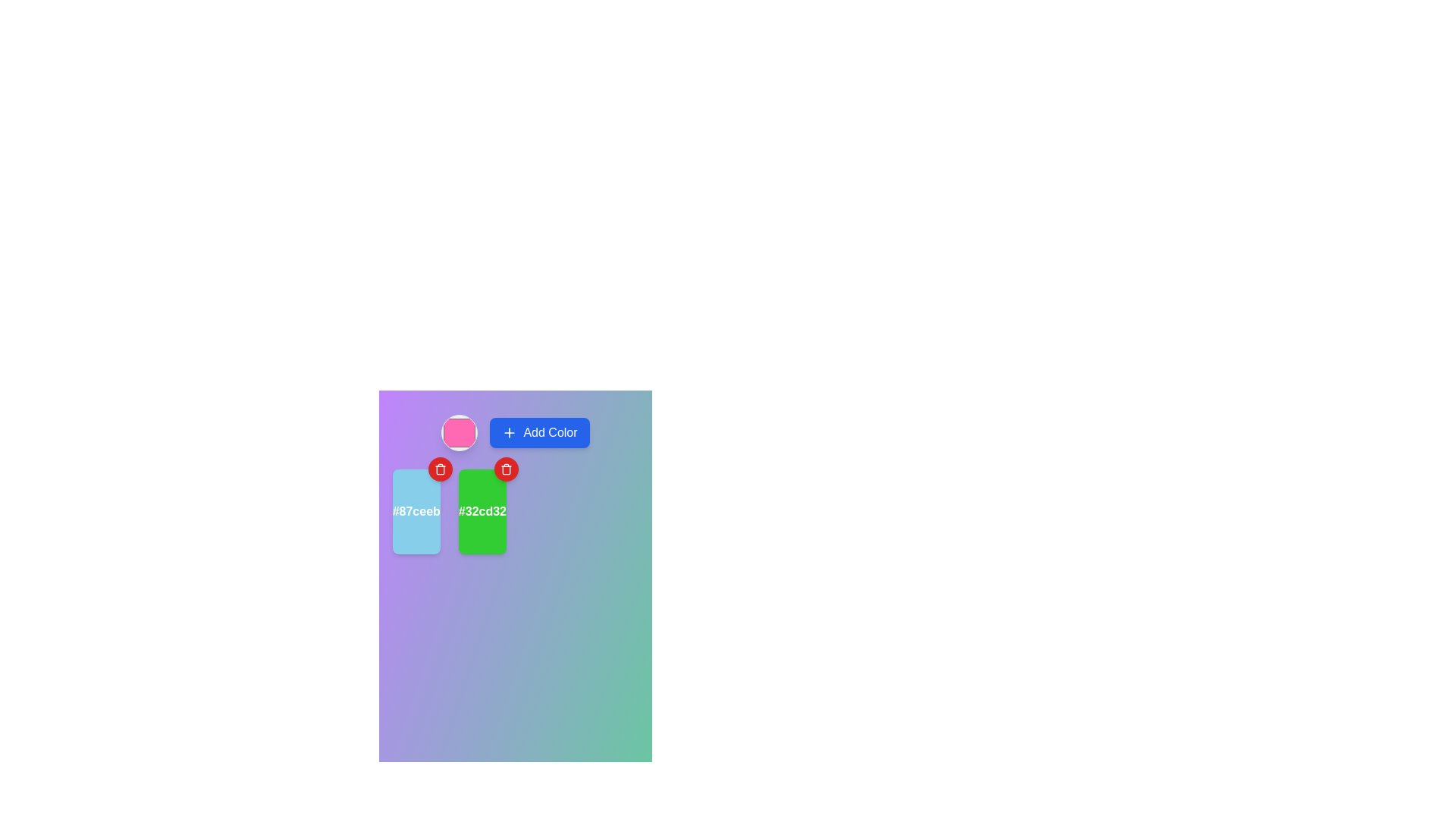 The image size is (1456, 819). I want to click on the 'Add Color' button, which has a blue background, white text, and a '+' icon, so click(539, 432).